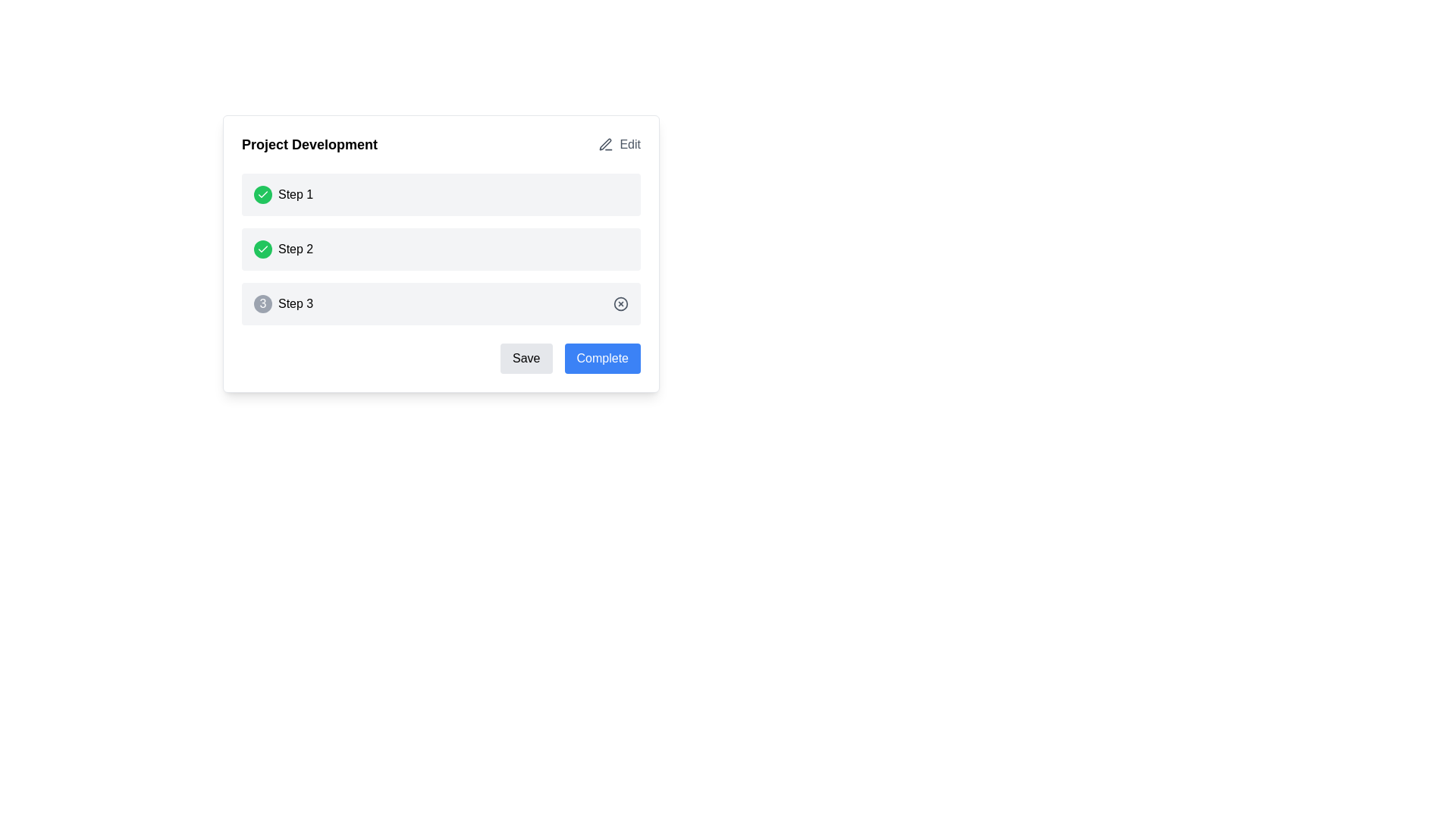  What do you see at coordinates (605, 144) in the screenshot?
I see `the editing icon located in the top right area of the 'Project Development' card, next to the 'Edit' label` at bounding box center [605, 144].